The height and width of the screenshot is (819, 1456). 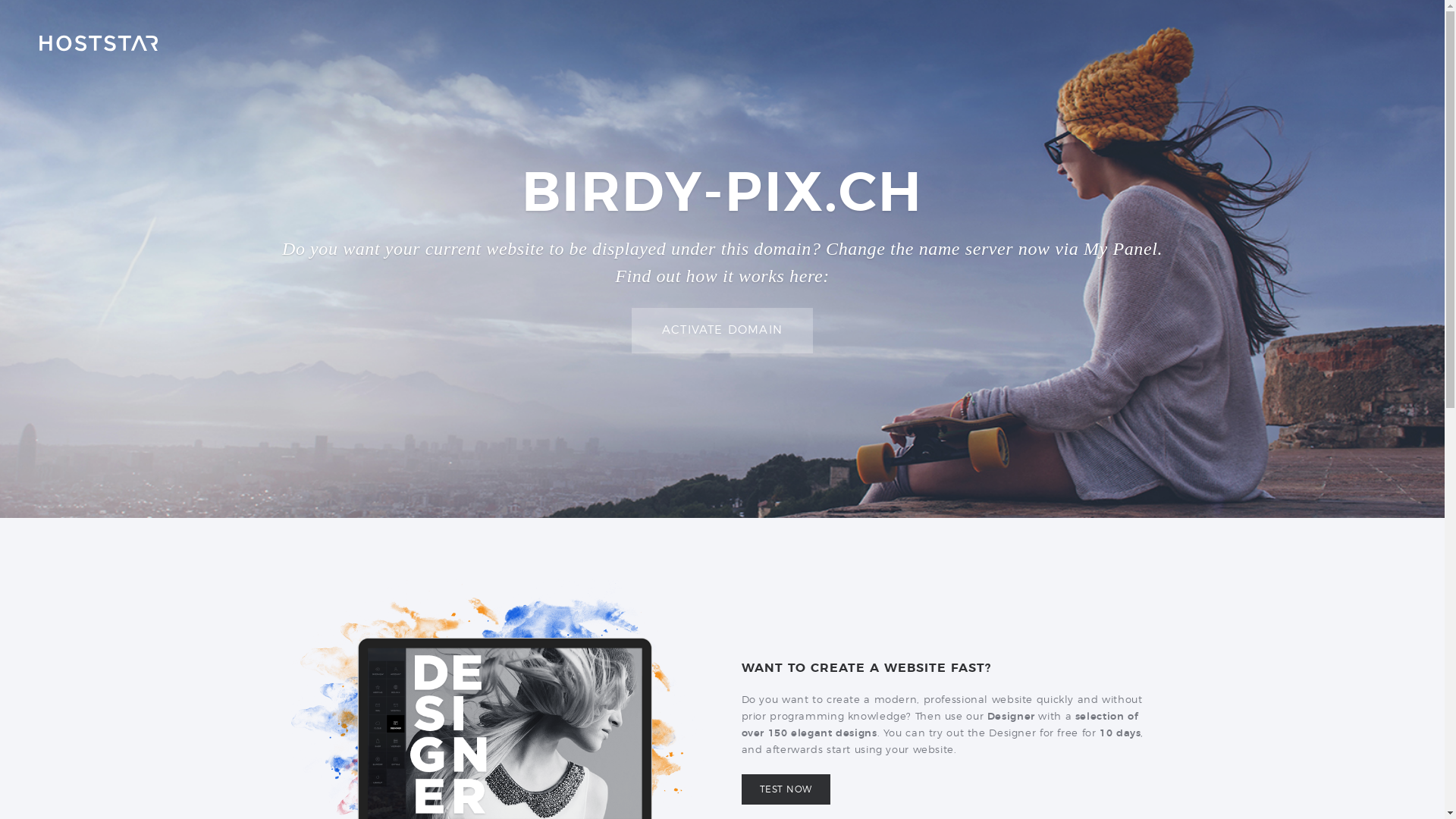 What do you see at coordinates (721, 330) in the screenshot?
I see `'ACTIVATE DOMAIN'` at bounding box center [721, 330].